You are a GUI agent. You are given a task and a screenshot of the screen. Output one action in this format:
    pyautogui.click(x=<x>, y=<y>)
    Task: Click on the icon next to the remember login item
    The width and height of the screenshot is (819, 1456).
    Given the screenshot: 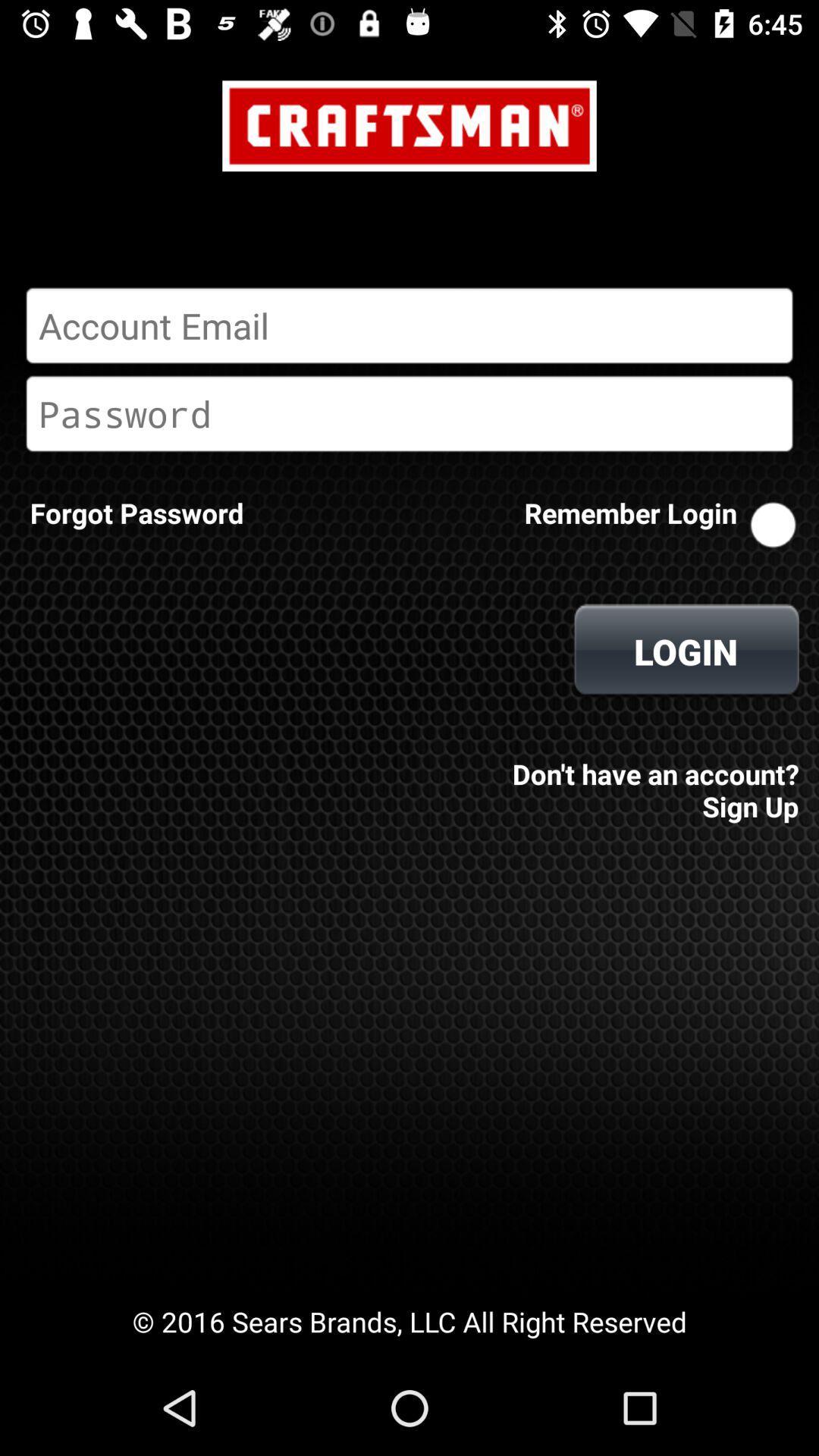 What is the action you would take?
    pyautogui.click(x=136, y=513)
    